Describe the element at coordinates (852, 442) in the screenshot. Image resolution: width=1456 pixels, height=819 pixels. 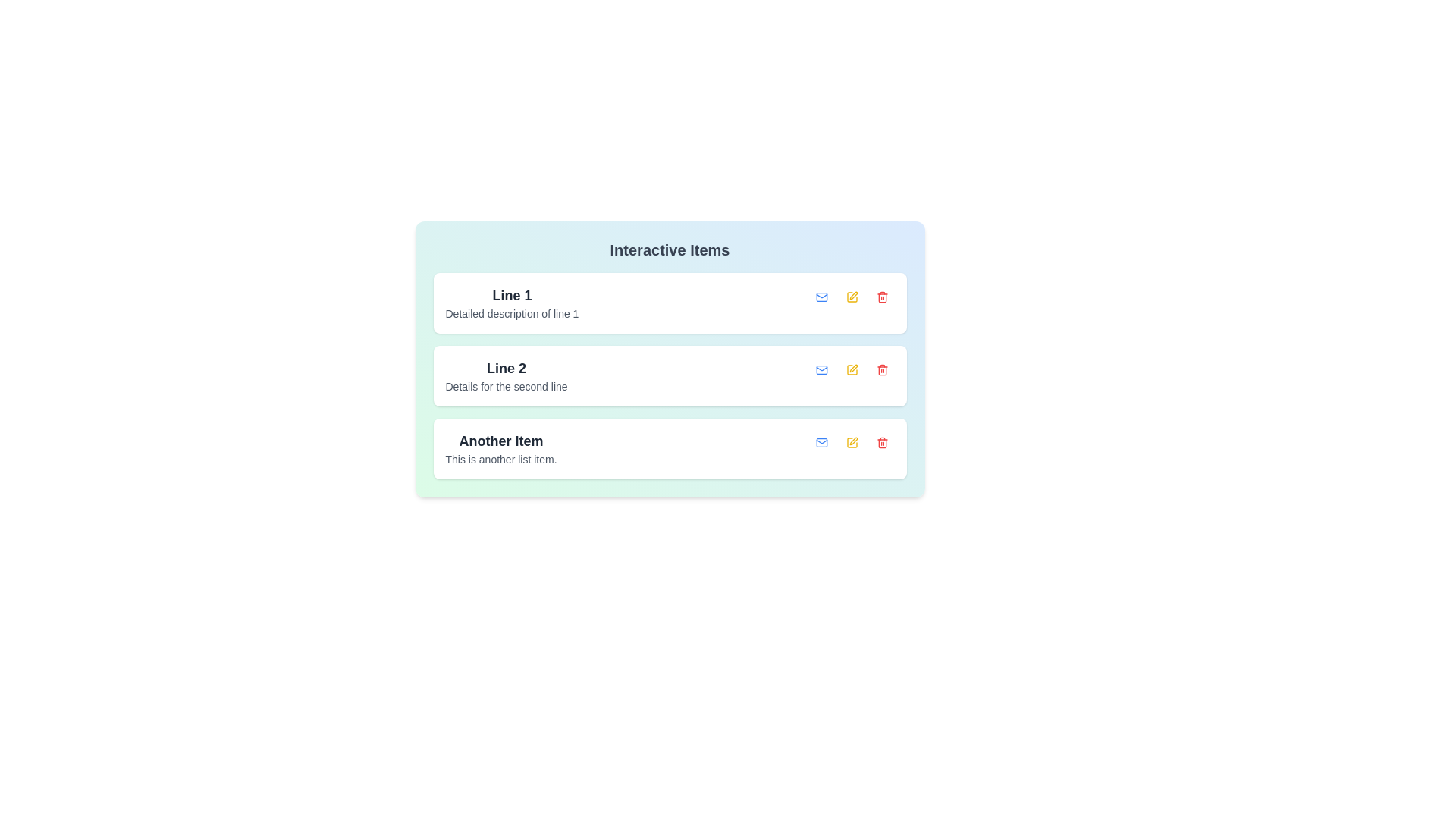
I see `edit button for the item with title 'Another Item'` at that location.